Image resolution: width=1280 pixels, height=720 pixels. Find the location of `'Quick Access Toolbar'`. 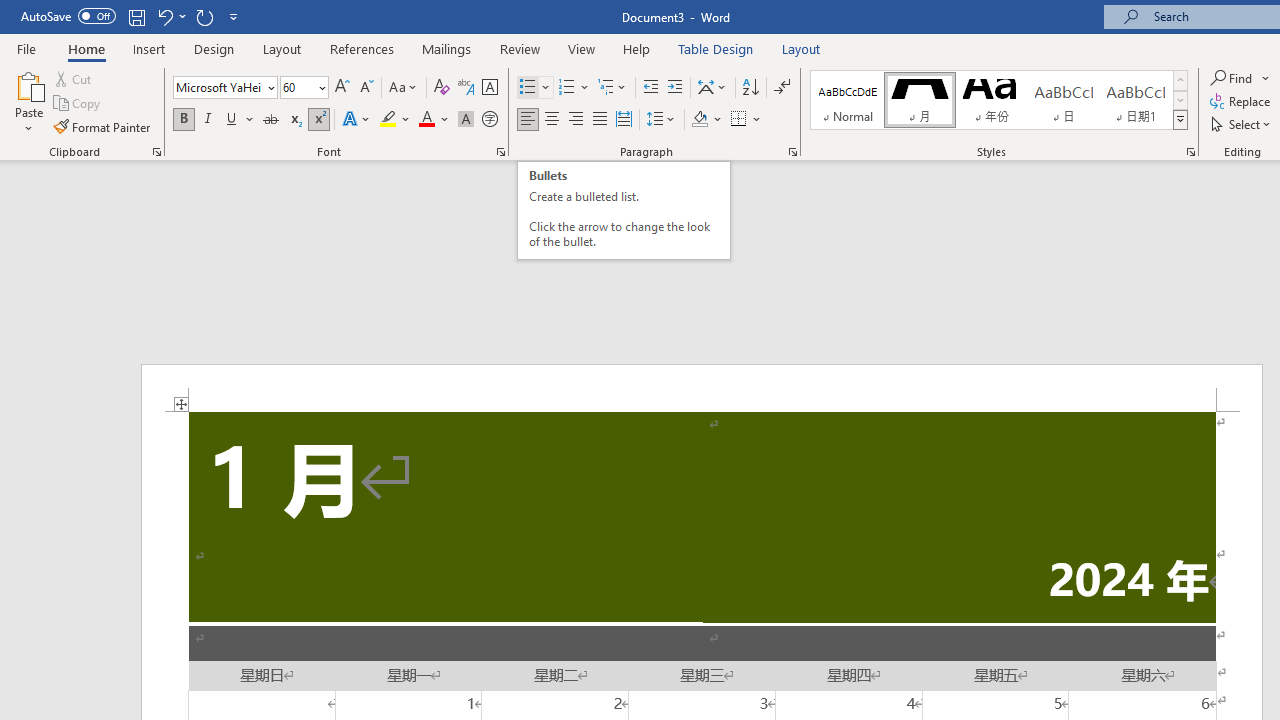

'Quick Access Toolbar' is located at coordinates (130, 16).